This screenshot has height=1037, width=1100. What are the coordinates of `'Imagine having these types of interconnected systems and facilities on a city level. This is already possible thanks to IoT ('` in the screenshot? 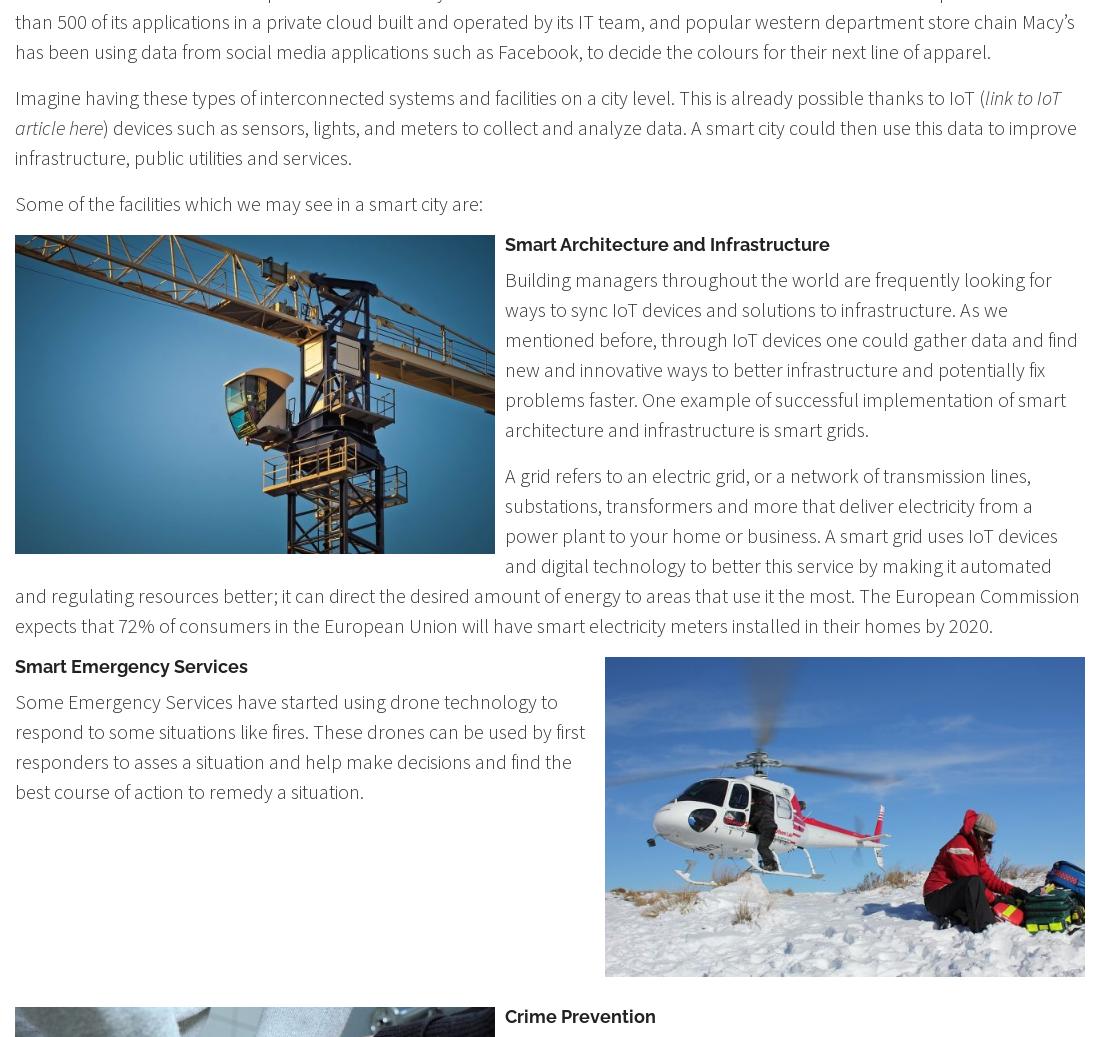 It's located at (499, 96).